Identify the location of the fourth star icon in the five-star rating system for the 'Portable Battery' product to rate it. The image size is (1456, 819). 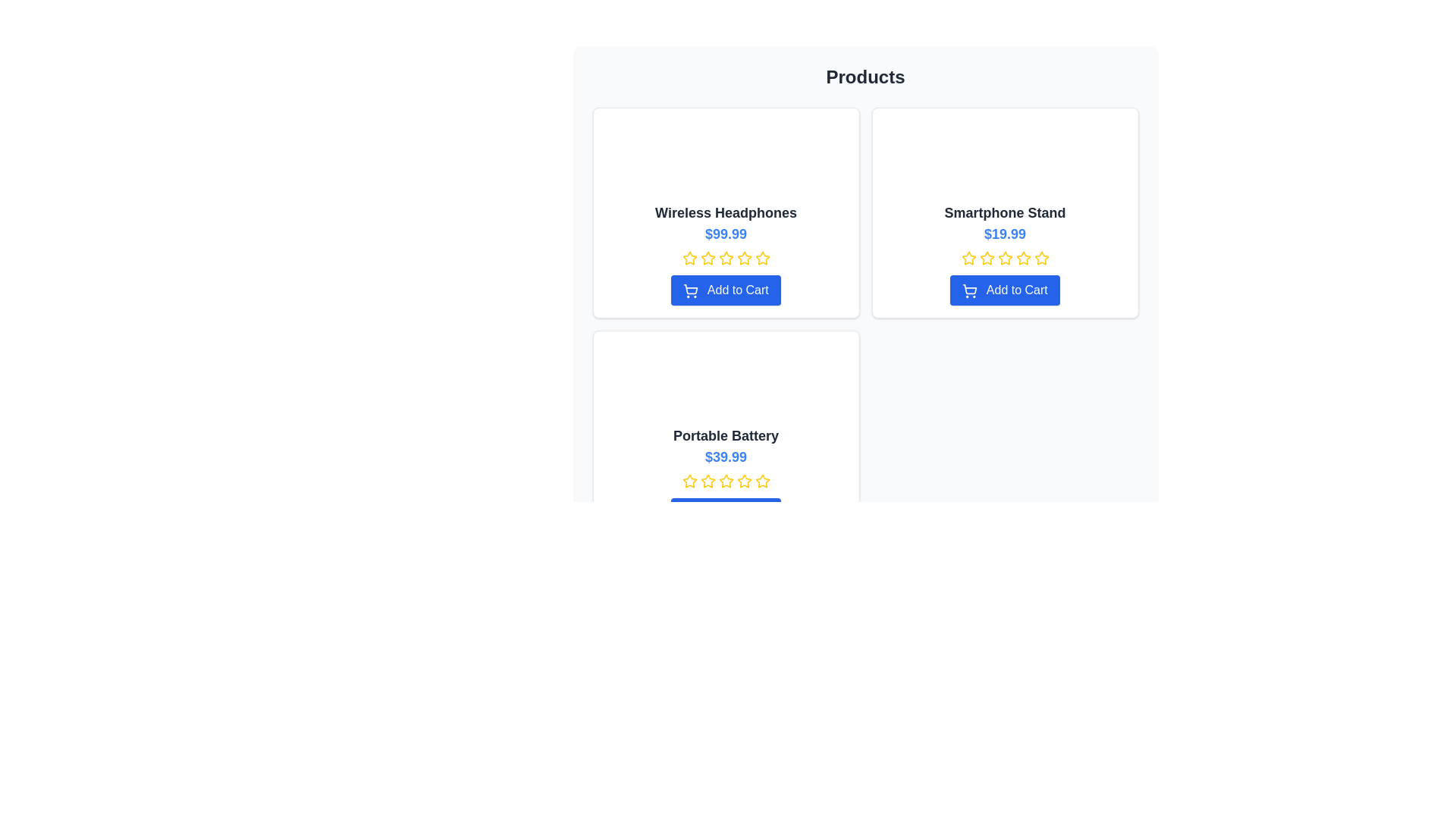
(762, 481).